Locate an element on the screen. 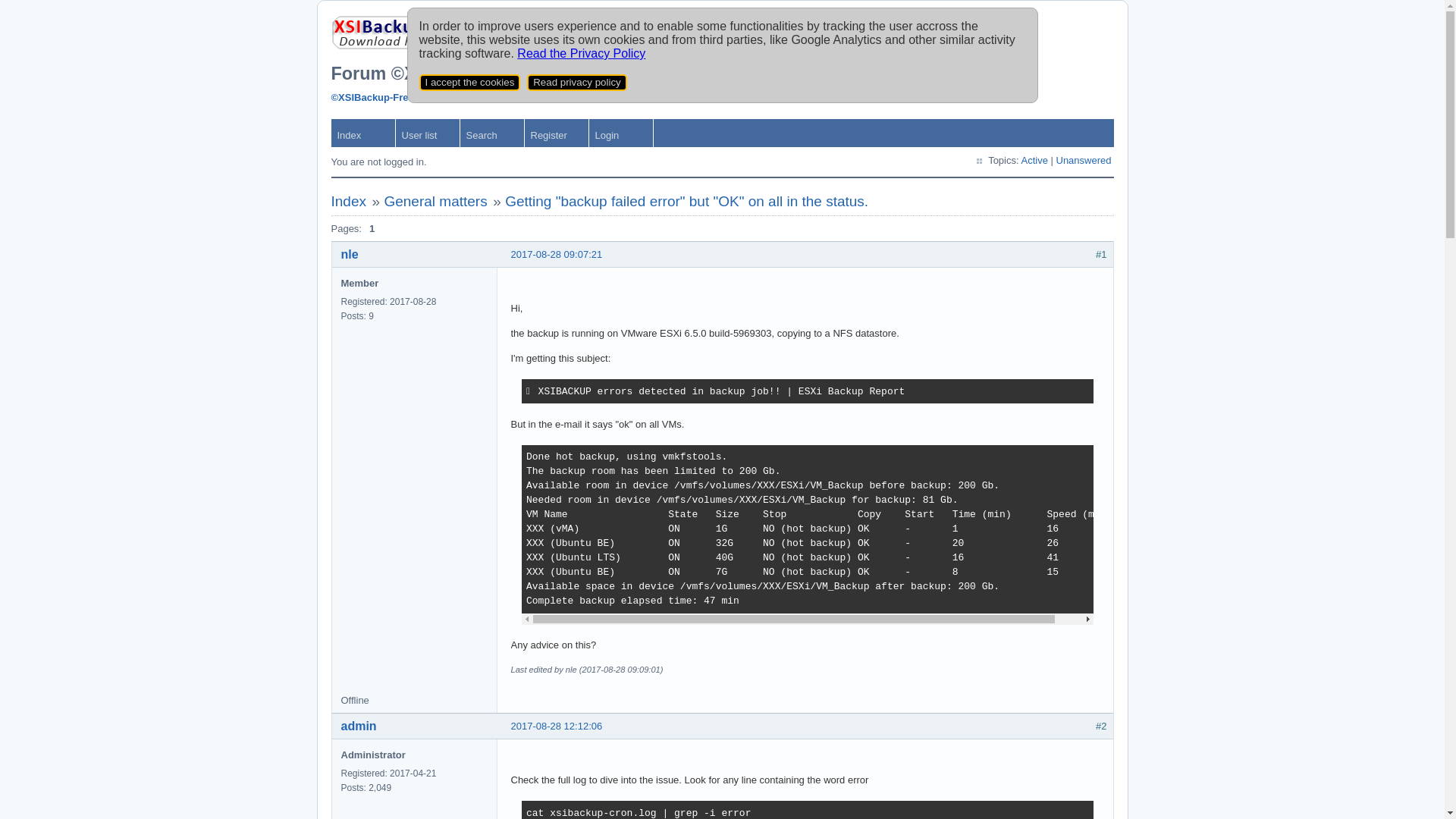  'Search' is located at coordinates (491, 132).